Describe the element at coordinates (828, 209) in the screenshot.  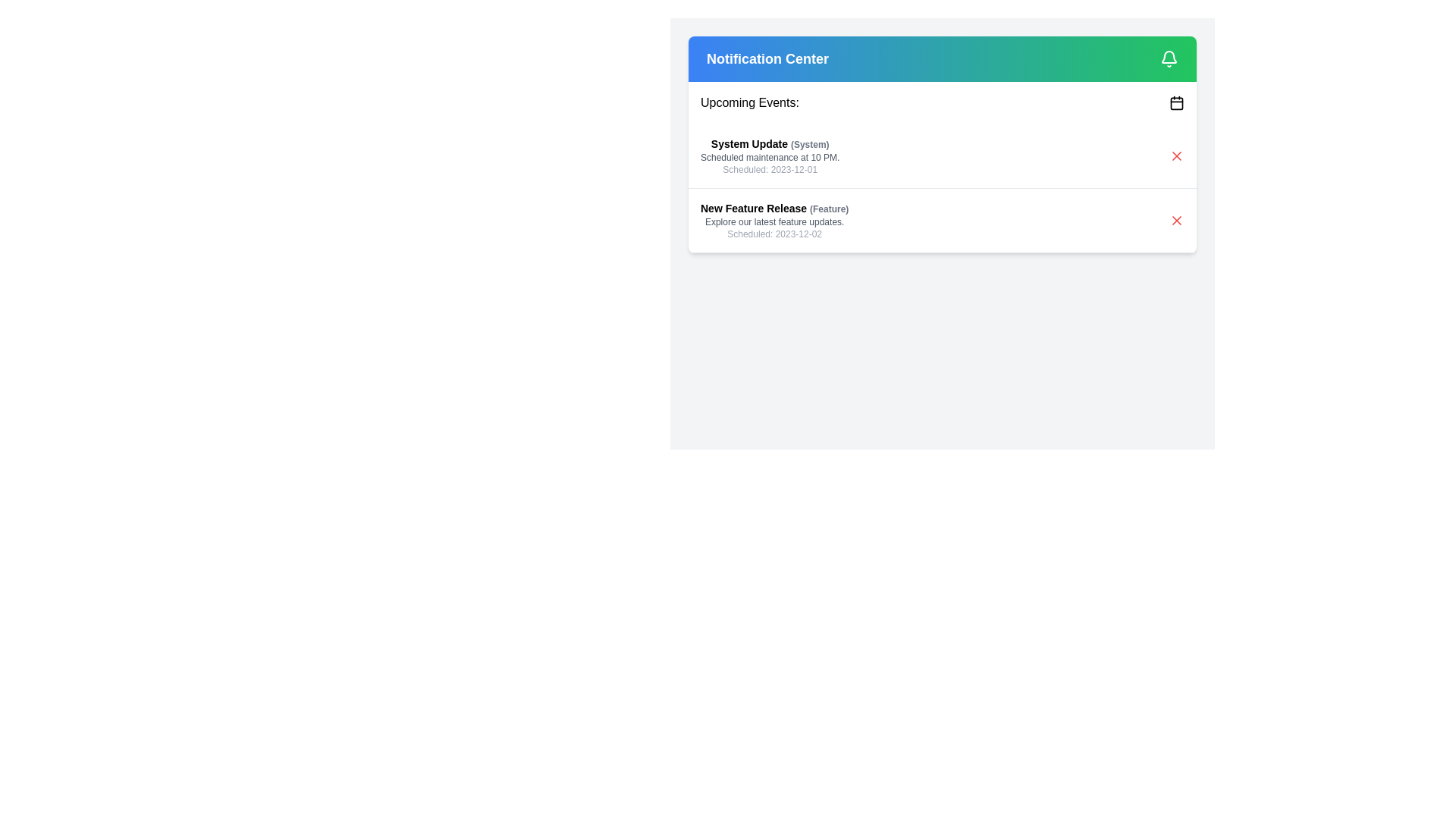
I see `text label located immediately after 'New Feature Release' in the second notification item of the 'Upcoming Events' section in the 'Notification Center' panel` at that location.